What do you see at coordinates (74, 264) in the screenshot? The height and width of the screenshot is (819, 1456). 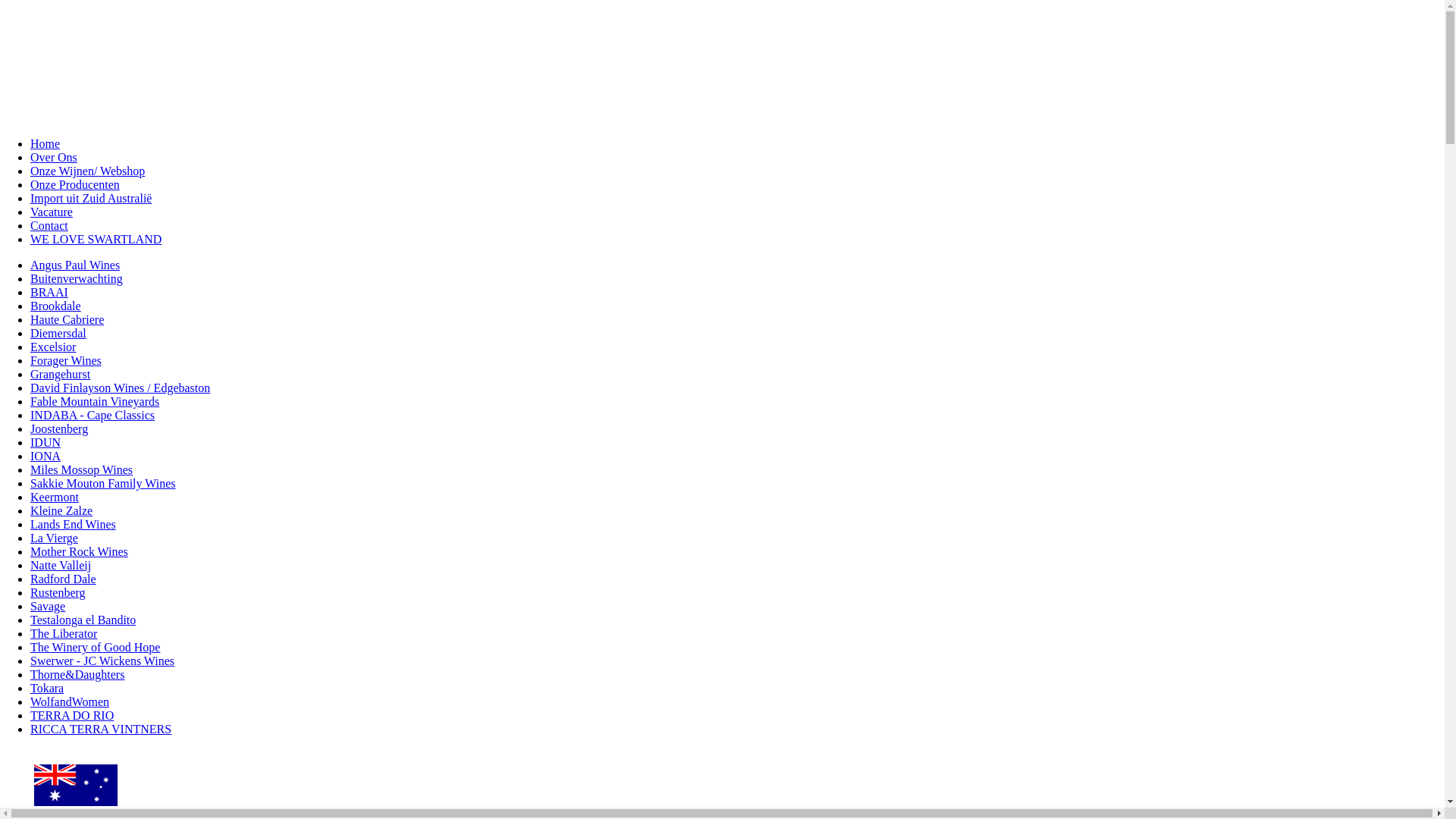 I see `'Angus Paul Wines'` at bounding box center [74, 264].